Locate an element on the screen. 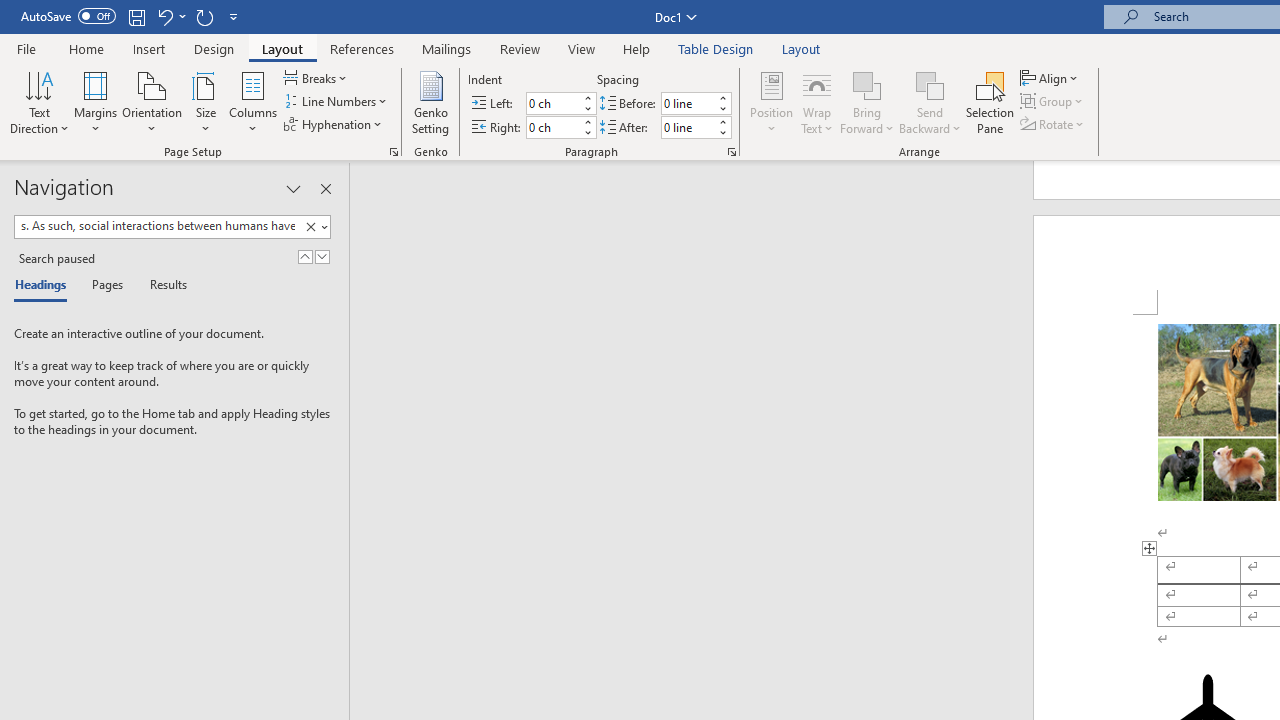 The image size is (1280, 720). 'Clear' is located at coordinates (313, 226).